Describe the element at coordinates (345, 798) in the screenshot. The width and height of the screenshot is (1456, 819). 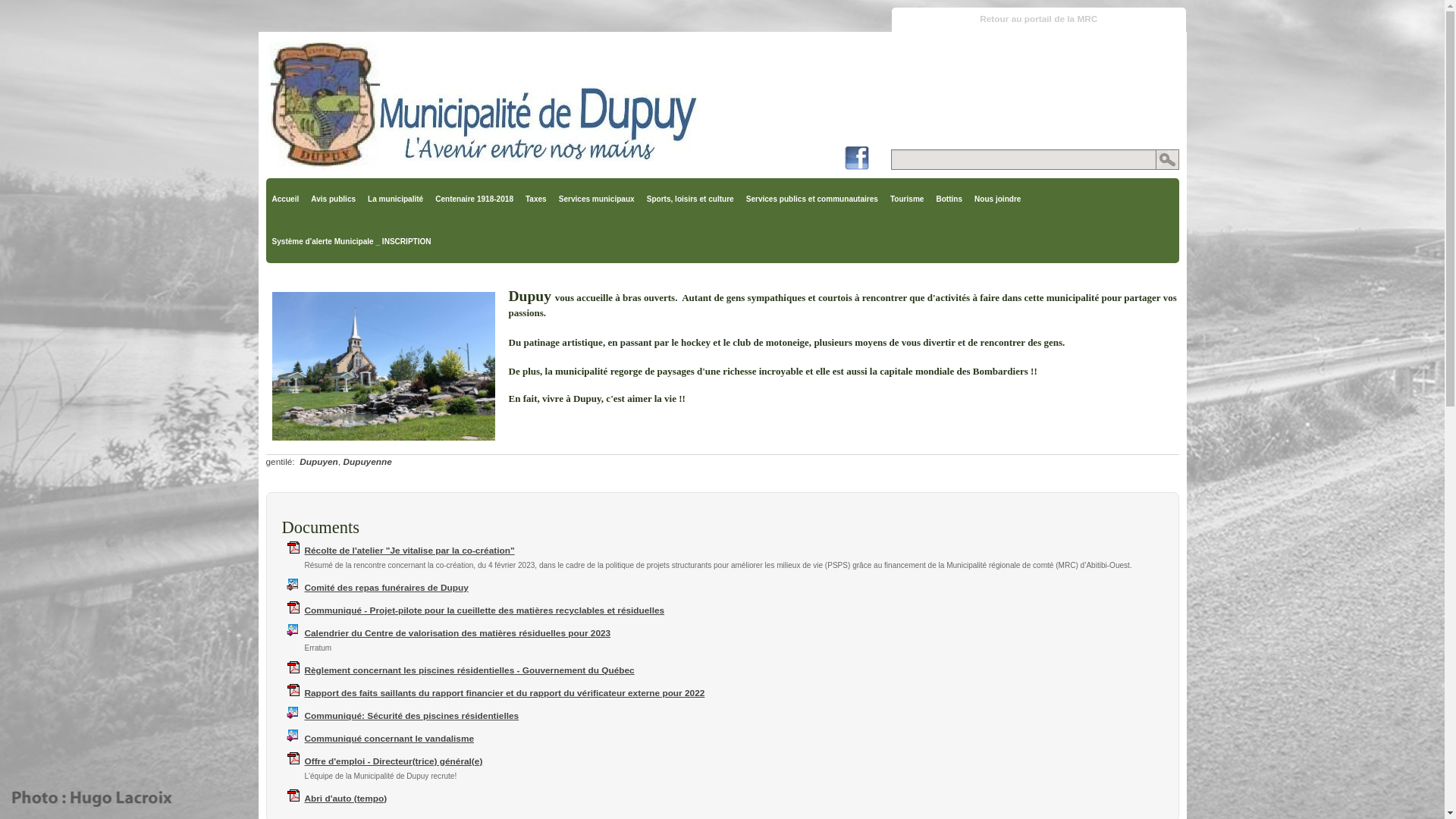
I see `'Abri d'auto (tempo)'` at that location.